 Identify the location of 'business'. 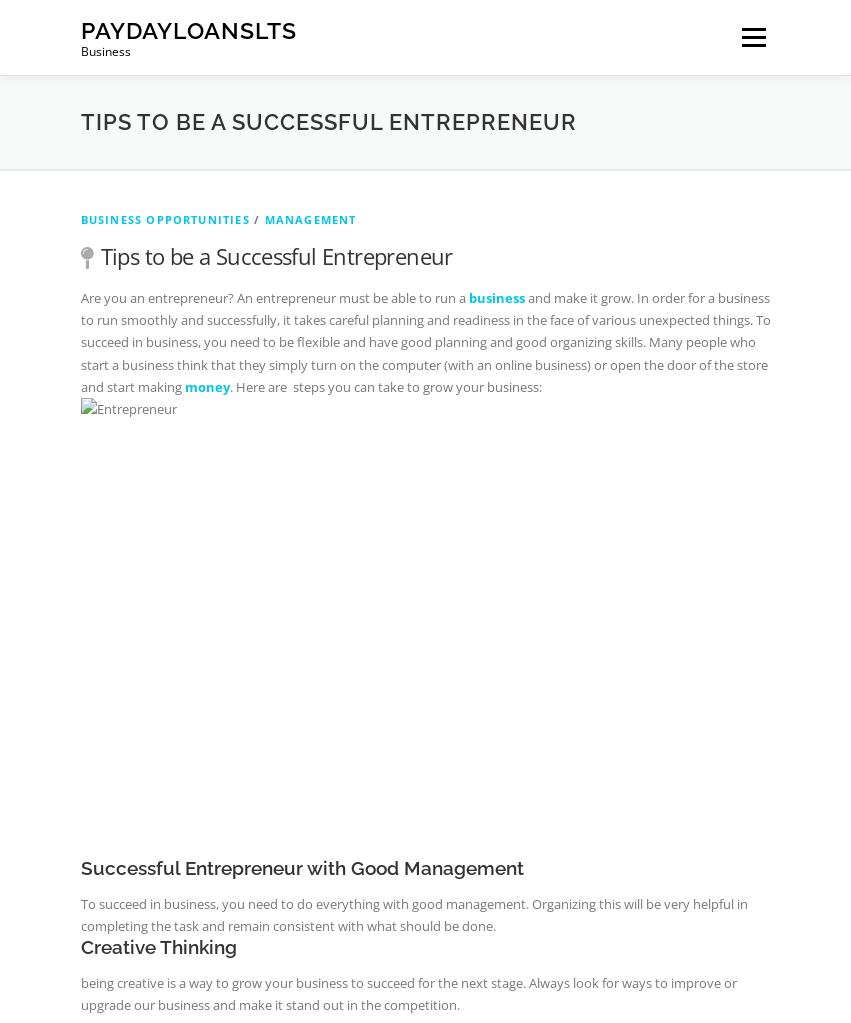
(494, 295).